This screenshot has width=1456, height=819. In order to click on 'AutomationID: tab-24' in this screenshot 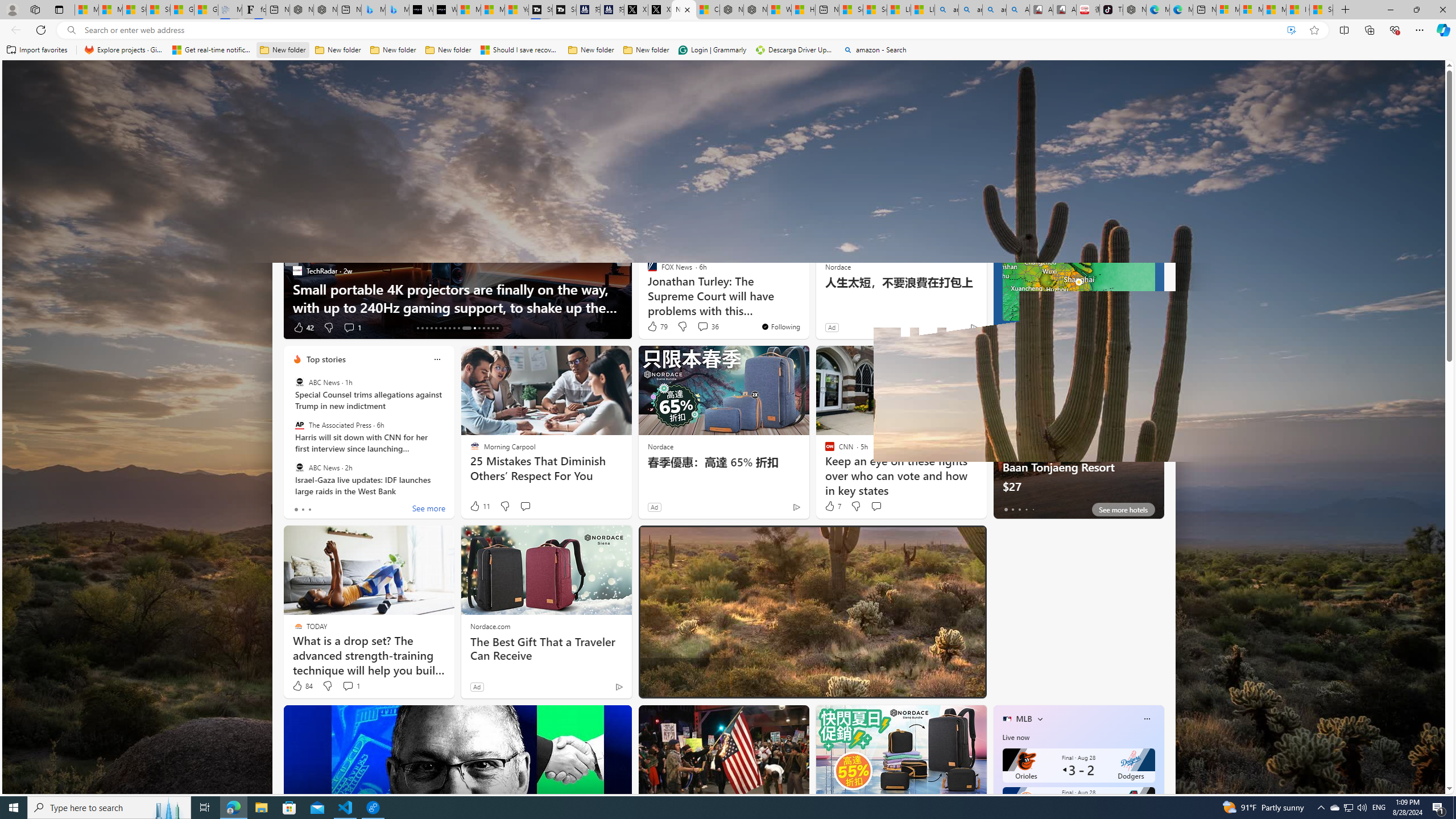, I will do `click(471, 328)`.